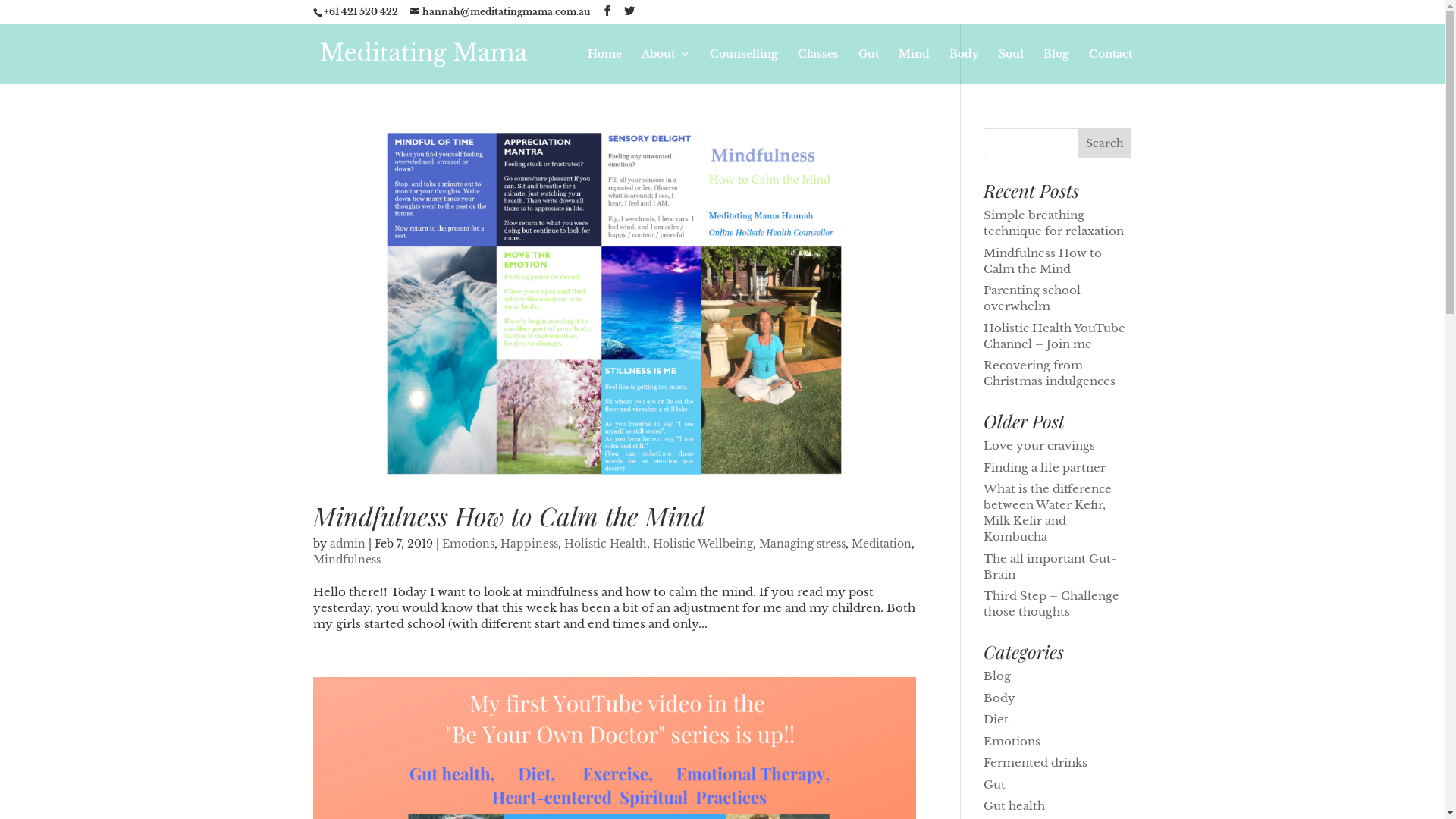  Describe the element at coordinates (603, 65) in the screenshot. I see `'Home'` at that location.